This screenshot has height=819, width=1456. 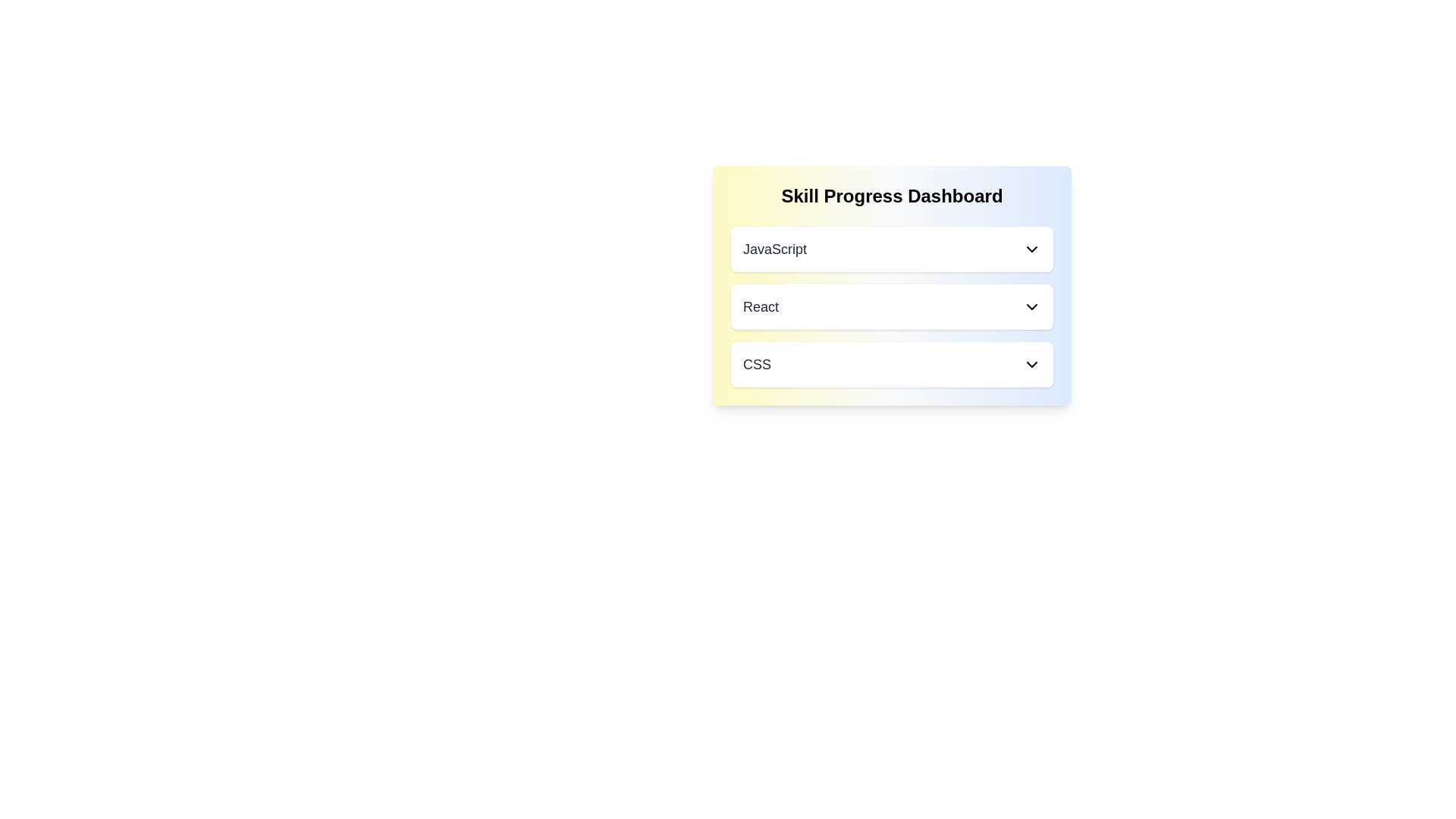 I want to click on the downward-pointing chevron icon adjacent to the text 'React' in the dropdown field of the 'Skill Progress Dashboard' interface to interact programmatically, so click(x=1031, y=307).